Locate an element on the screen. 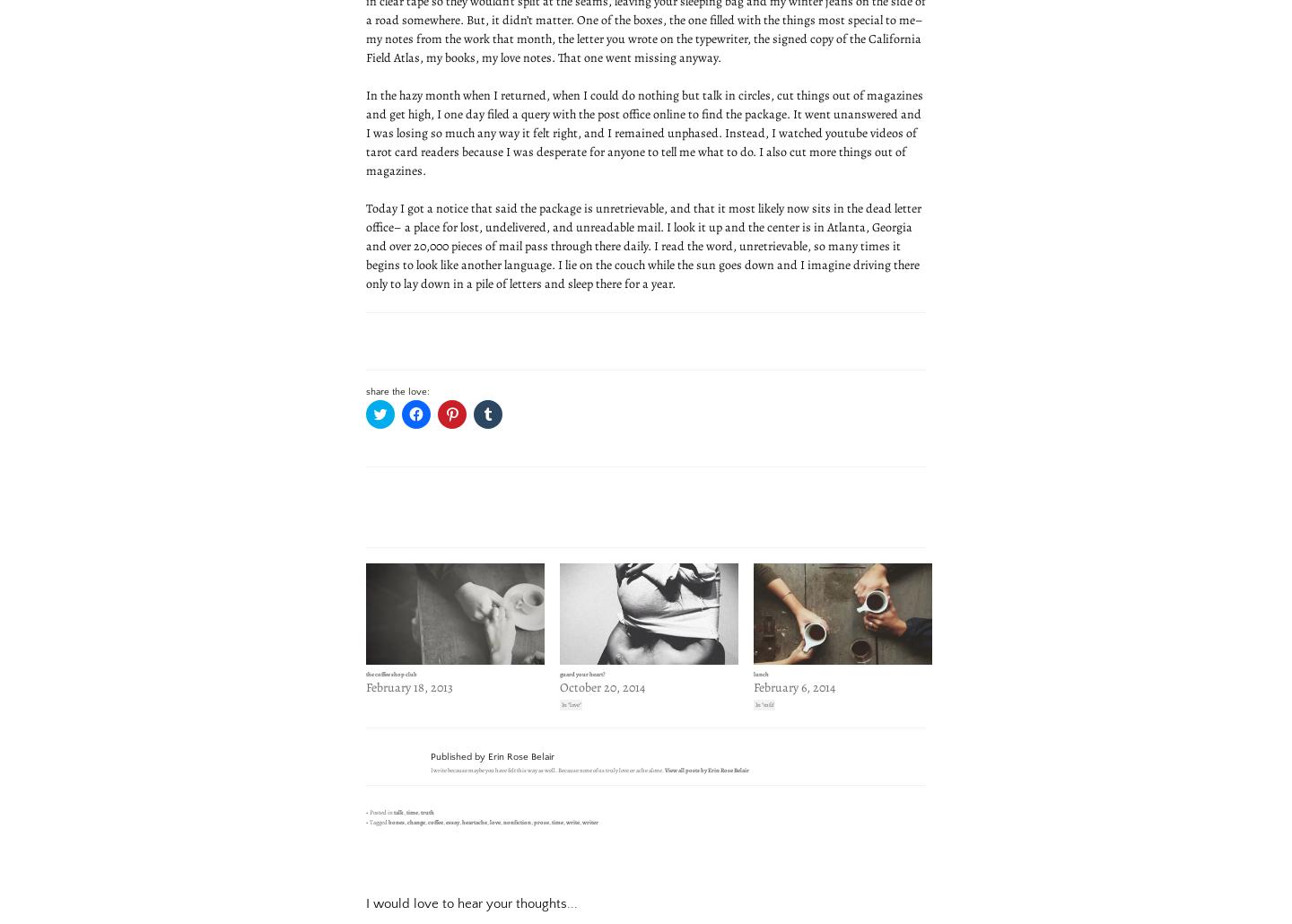 The height and width of the screenshot is (924, 1292). 'lunch' is located at coordinates (760, 673).